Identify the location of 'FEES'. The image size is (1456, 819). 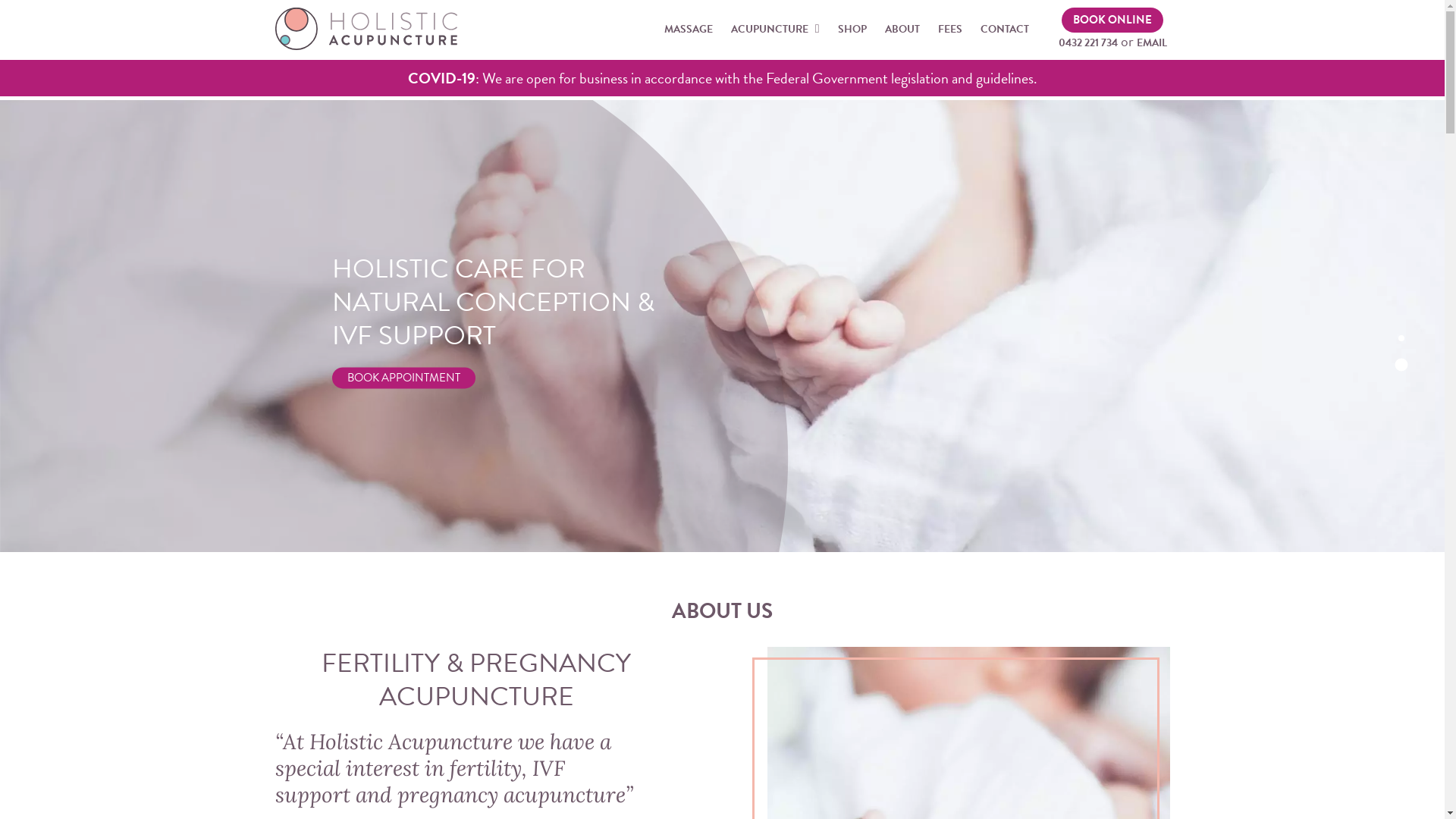
(949, 29).